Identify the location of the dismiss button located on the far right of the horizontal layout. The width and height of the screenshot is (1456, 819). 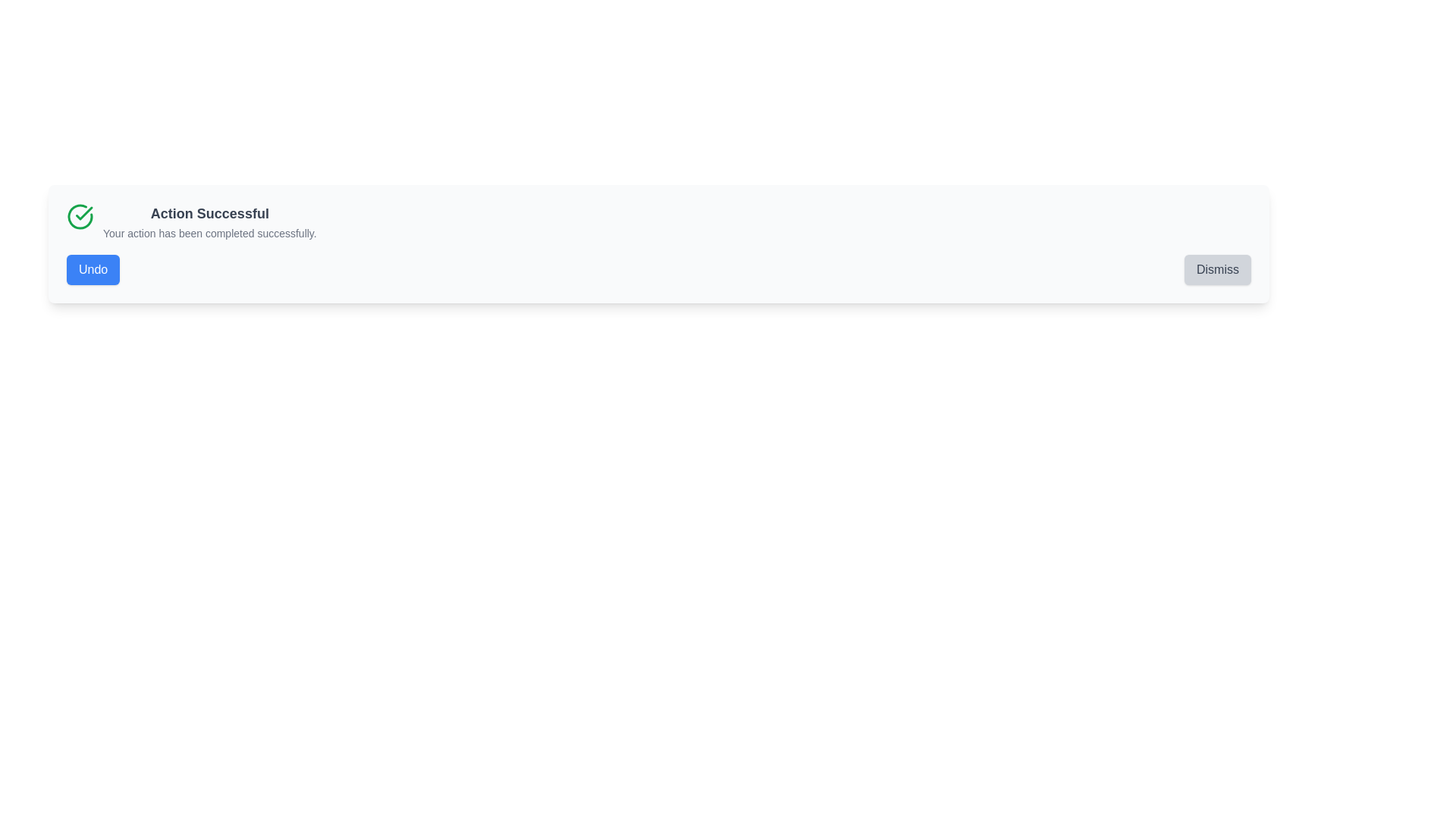
(1218, 268).